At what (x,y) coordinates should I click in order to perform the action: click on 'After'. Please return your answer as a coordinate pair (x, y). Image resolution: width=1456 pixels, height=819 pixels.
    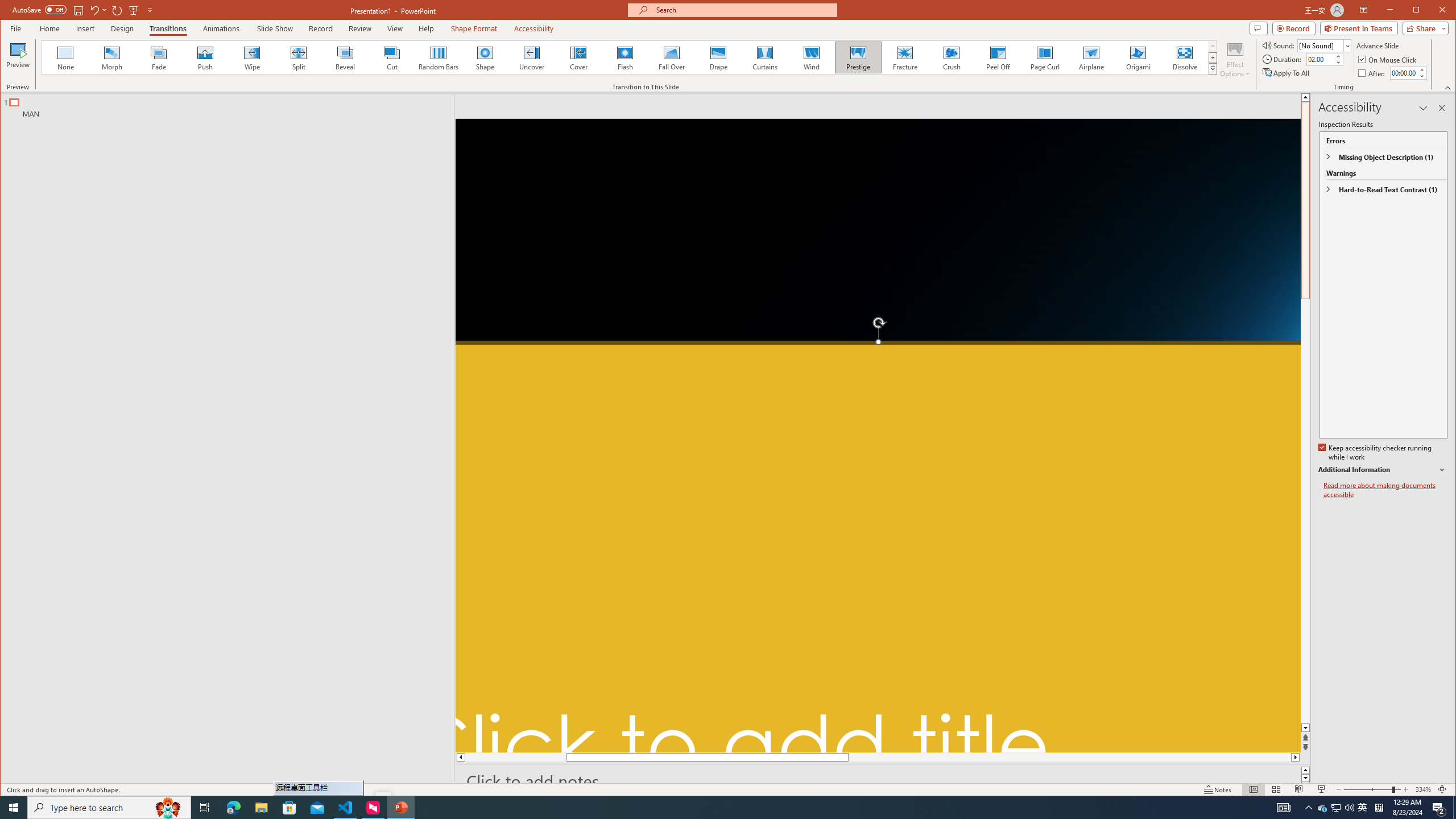
    Looking at the image, I should click on (1372, 72).